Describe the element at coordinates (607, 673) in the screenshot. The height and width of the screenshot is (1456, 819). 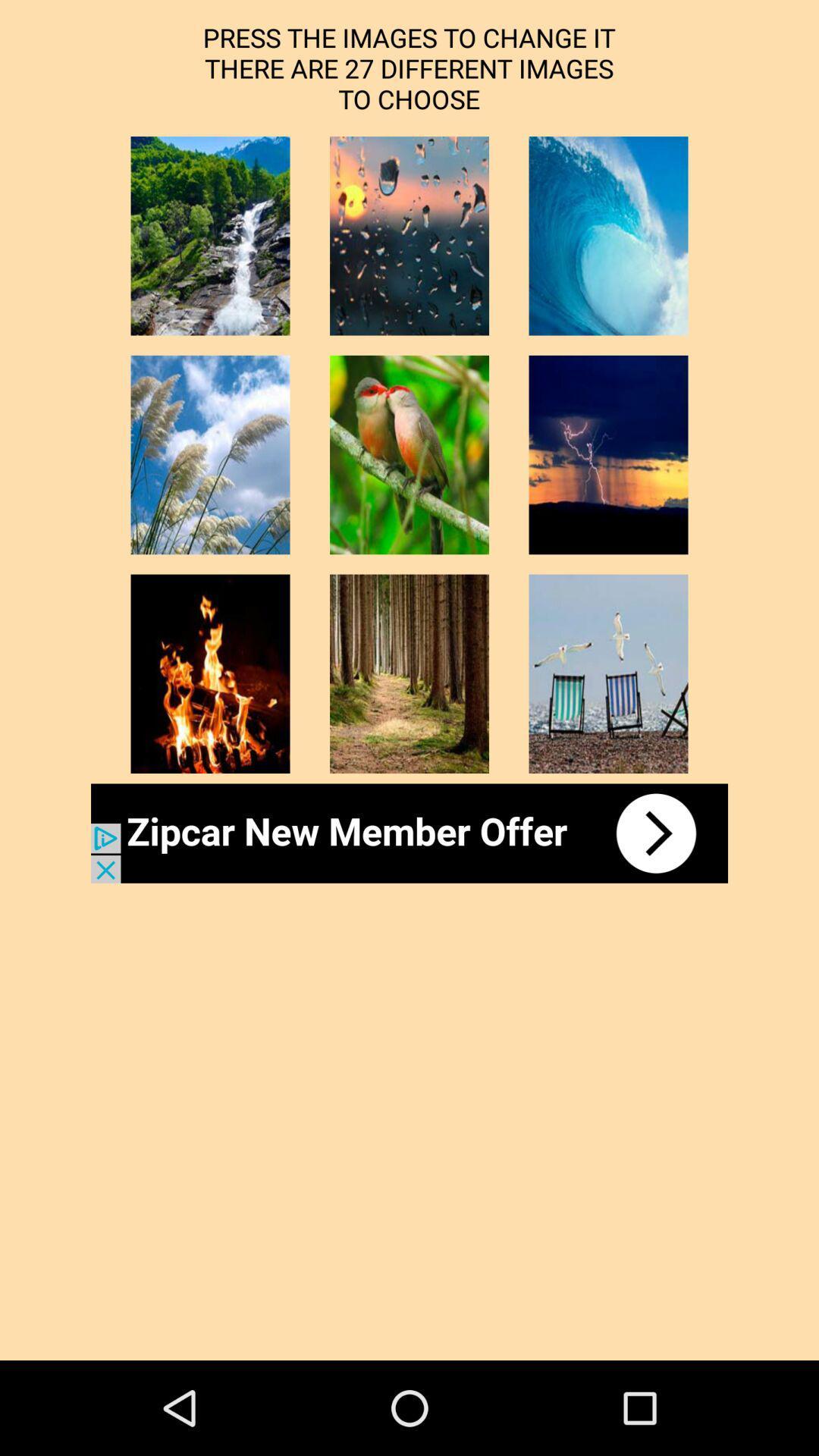
I see `choose image` at that location.